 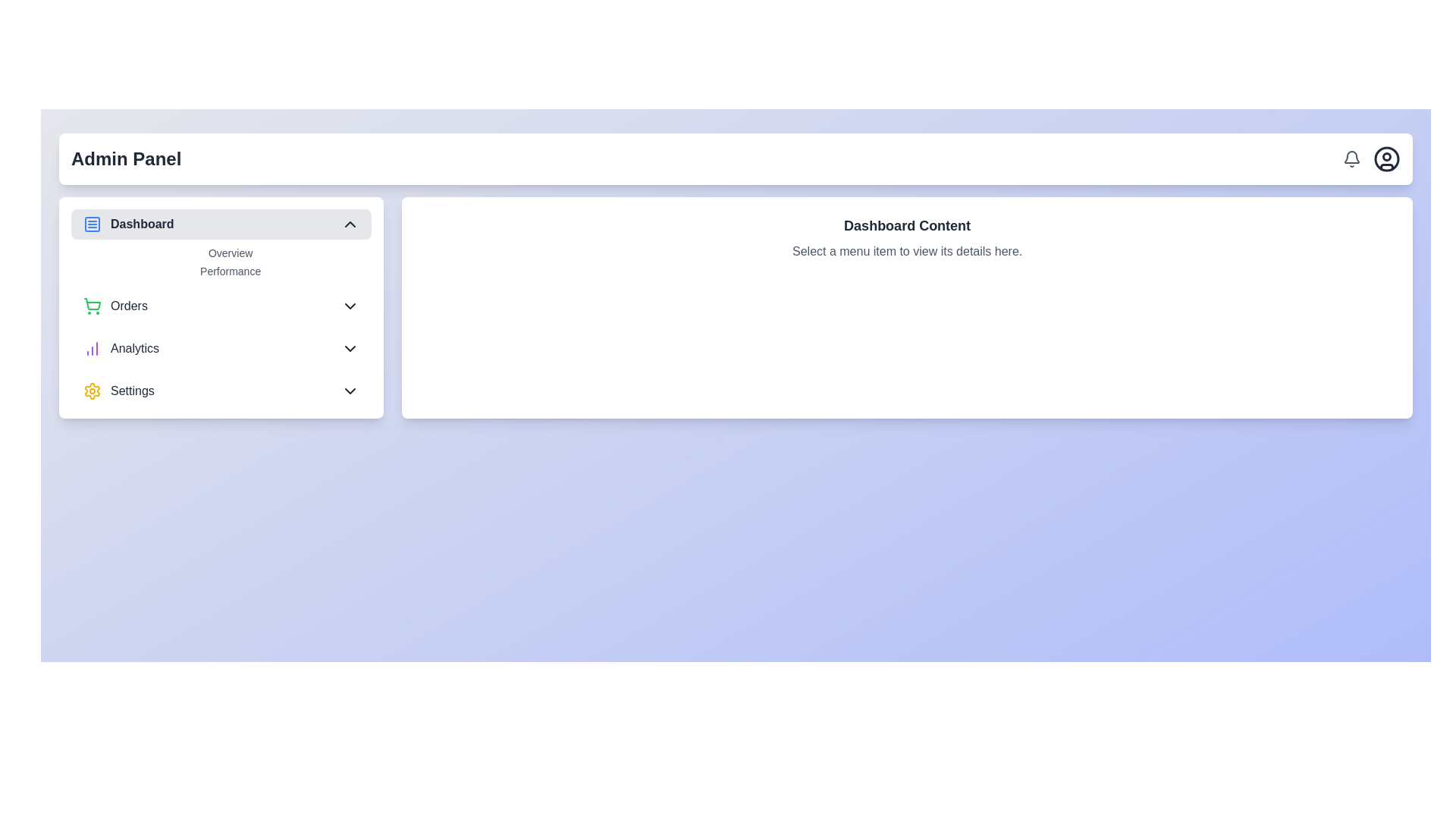 I want to click on the bell icon located near the upper-right corner of the interface, so click(x=1351, y=158).